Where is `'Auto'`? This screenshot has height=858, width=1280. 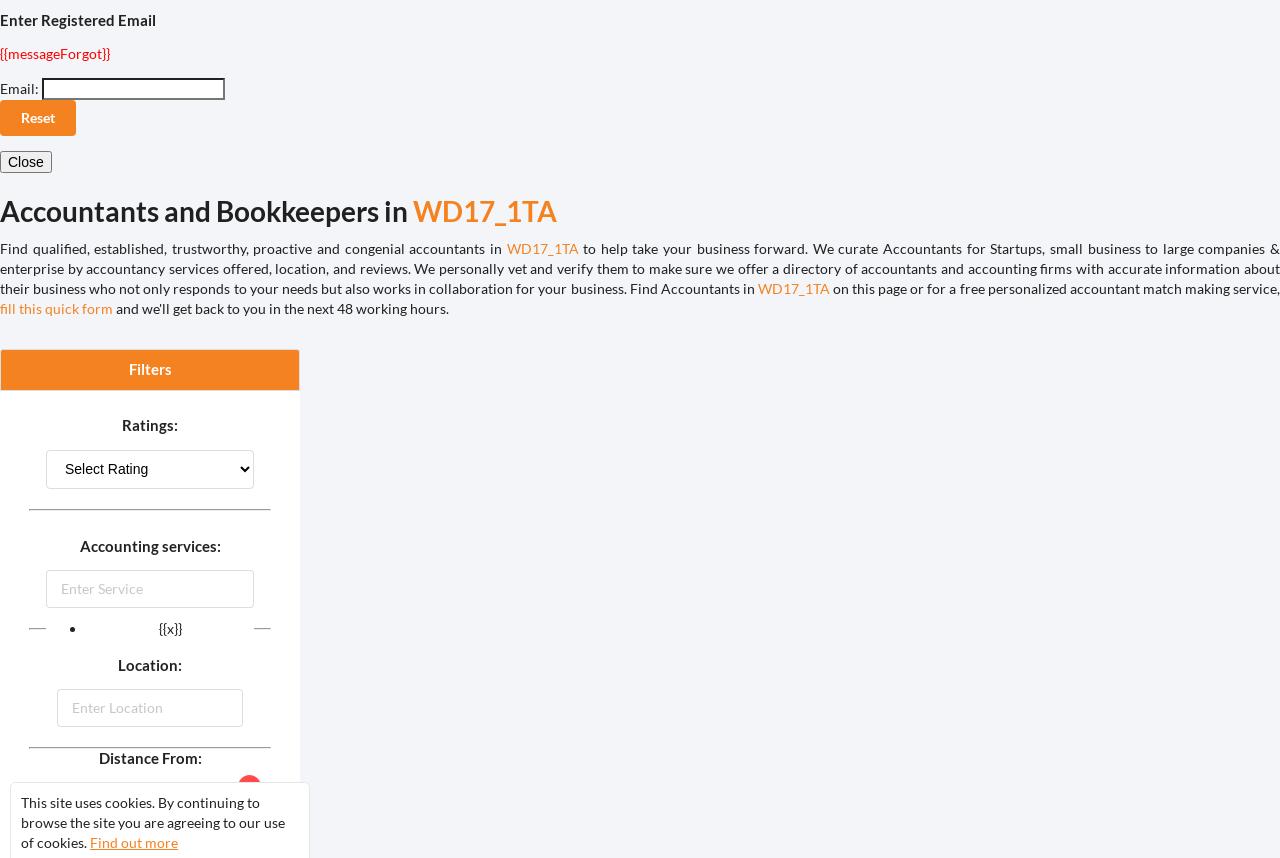 'Auto' is located at coordinates (154, 820).